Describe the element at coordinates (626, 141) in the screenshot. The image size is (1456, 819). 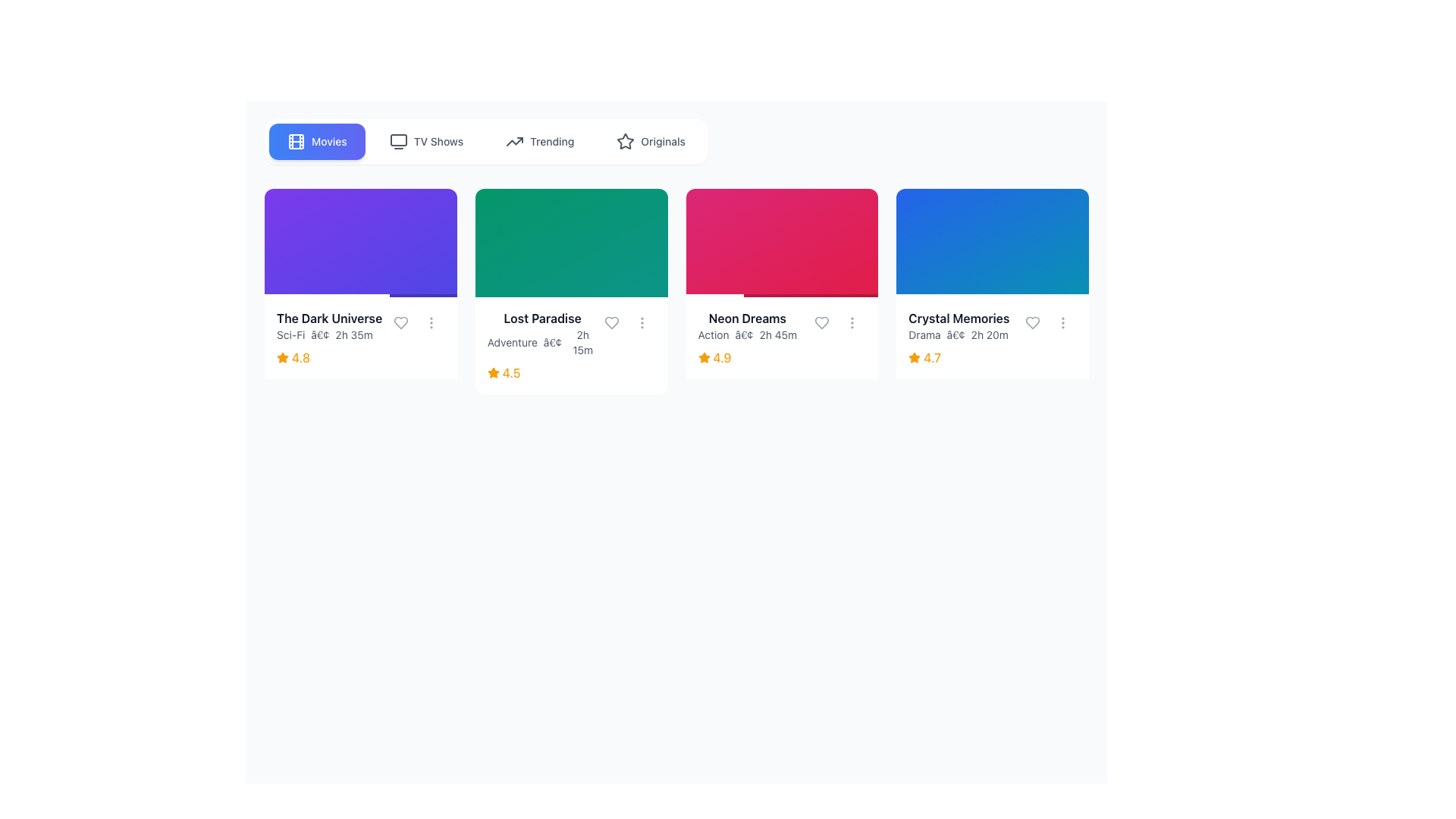
I see `the star icon in the navigation menu` at that location.